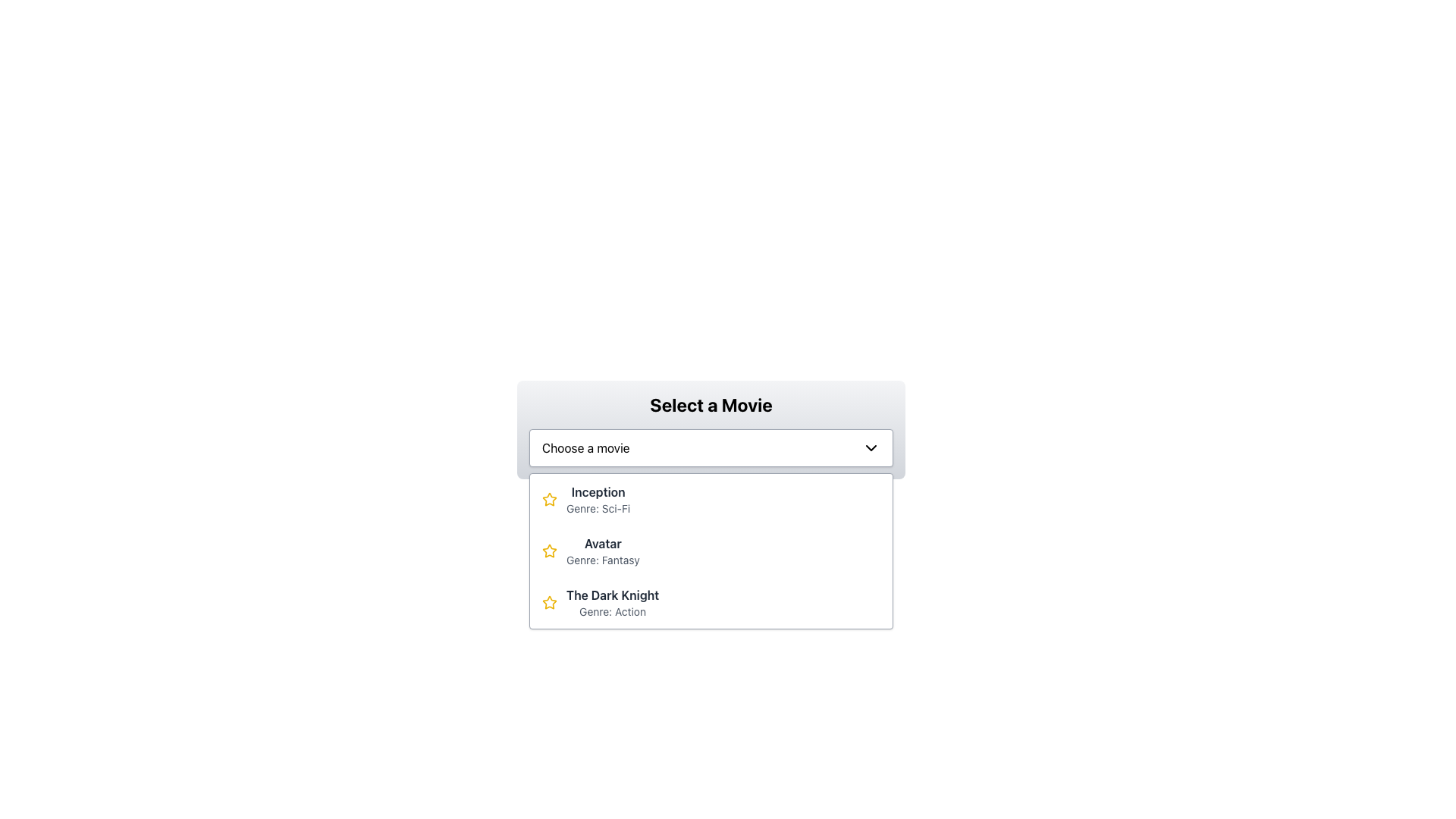  What do you see at coordinates (710, 551) in the screenshot?
I see `the interactive dropdown list item titled 'Avatar - Genre: Fantasy'` at bounding box center [710, 551].